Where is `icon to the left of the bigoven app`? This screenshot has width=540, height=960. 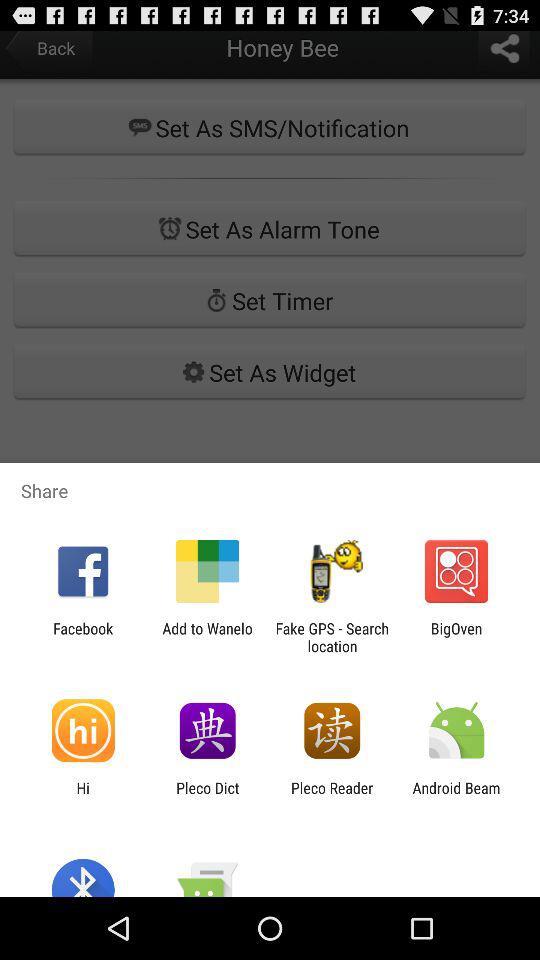
icon to the left of the bigoven app is located at coordinates (332, 636).